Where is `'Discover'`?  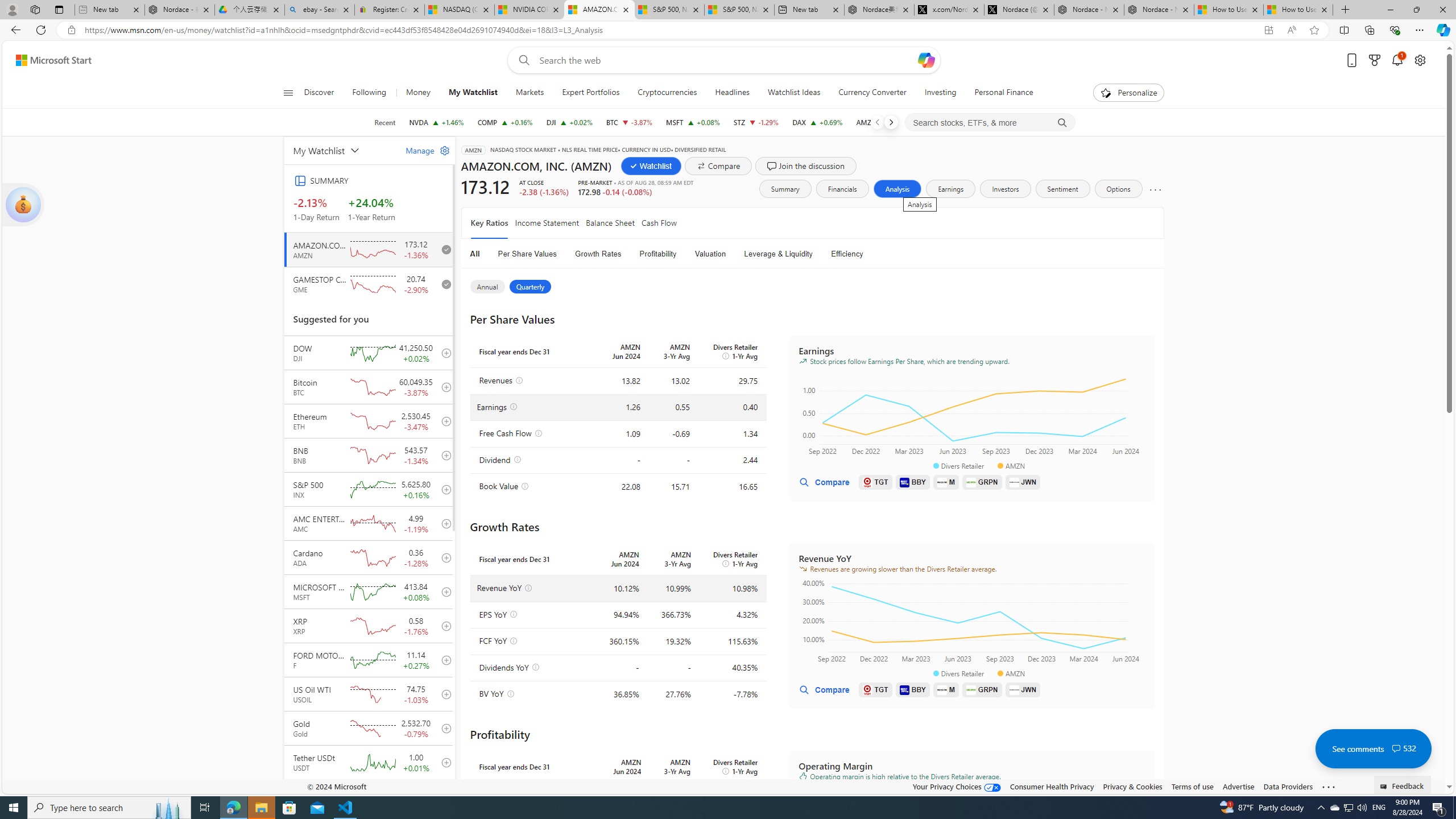 'Discover' is located at coordinates (323, 92).